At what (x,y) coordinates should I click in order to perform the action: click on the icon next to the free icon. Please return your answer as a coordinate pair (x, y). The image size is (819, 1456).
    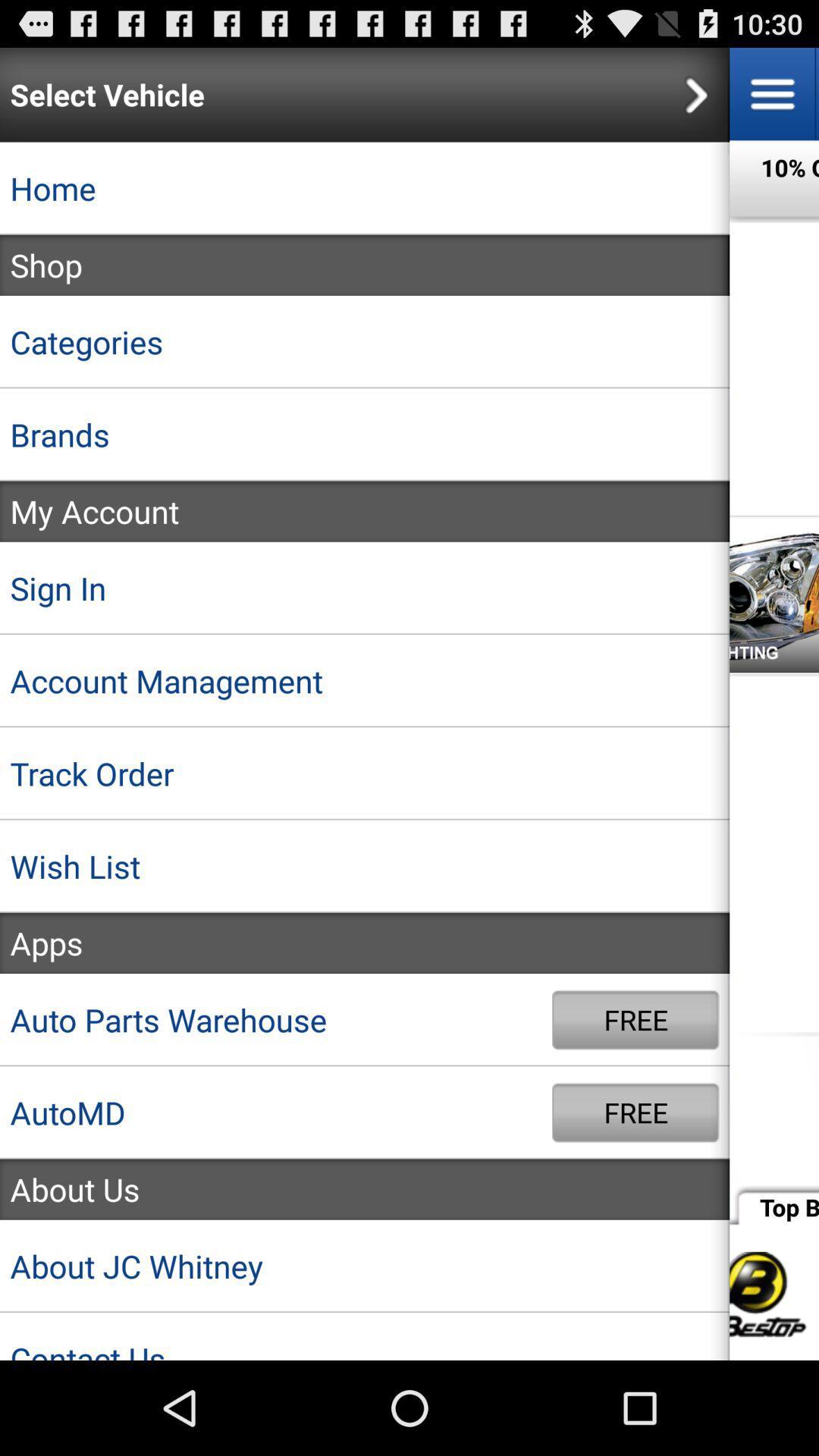
    Looking at the image, I should click on (276, 1020).